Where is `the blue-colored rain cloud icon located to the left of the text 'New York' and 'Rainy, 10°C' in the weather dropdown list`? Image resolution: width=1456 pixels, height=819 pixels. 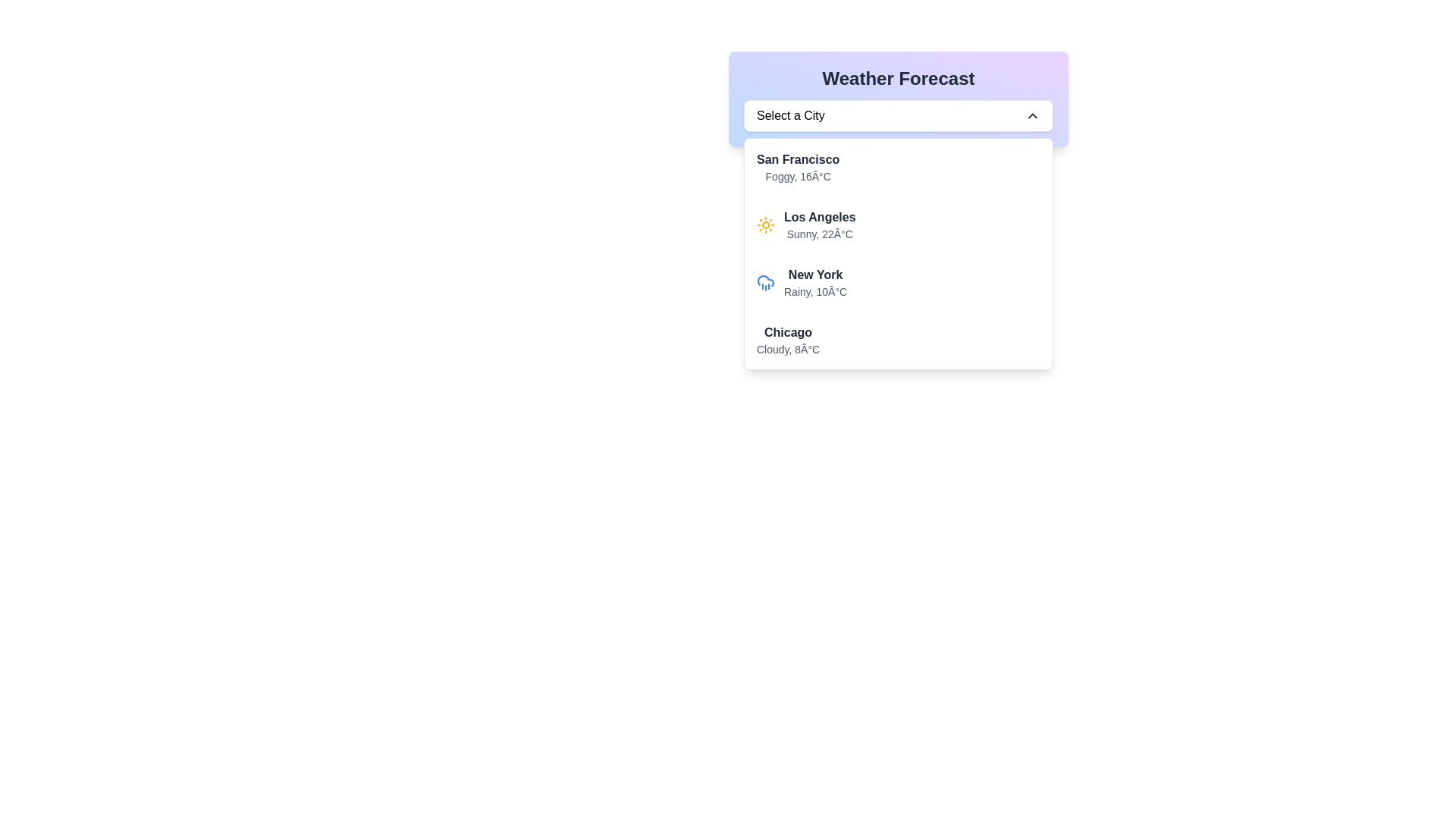
the blue-colored rain cloud icon located to the left of the text 'New York' and 'Rainy, 10°C' in the weather dropdown list is located at coordinates (765, 283).